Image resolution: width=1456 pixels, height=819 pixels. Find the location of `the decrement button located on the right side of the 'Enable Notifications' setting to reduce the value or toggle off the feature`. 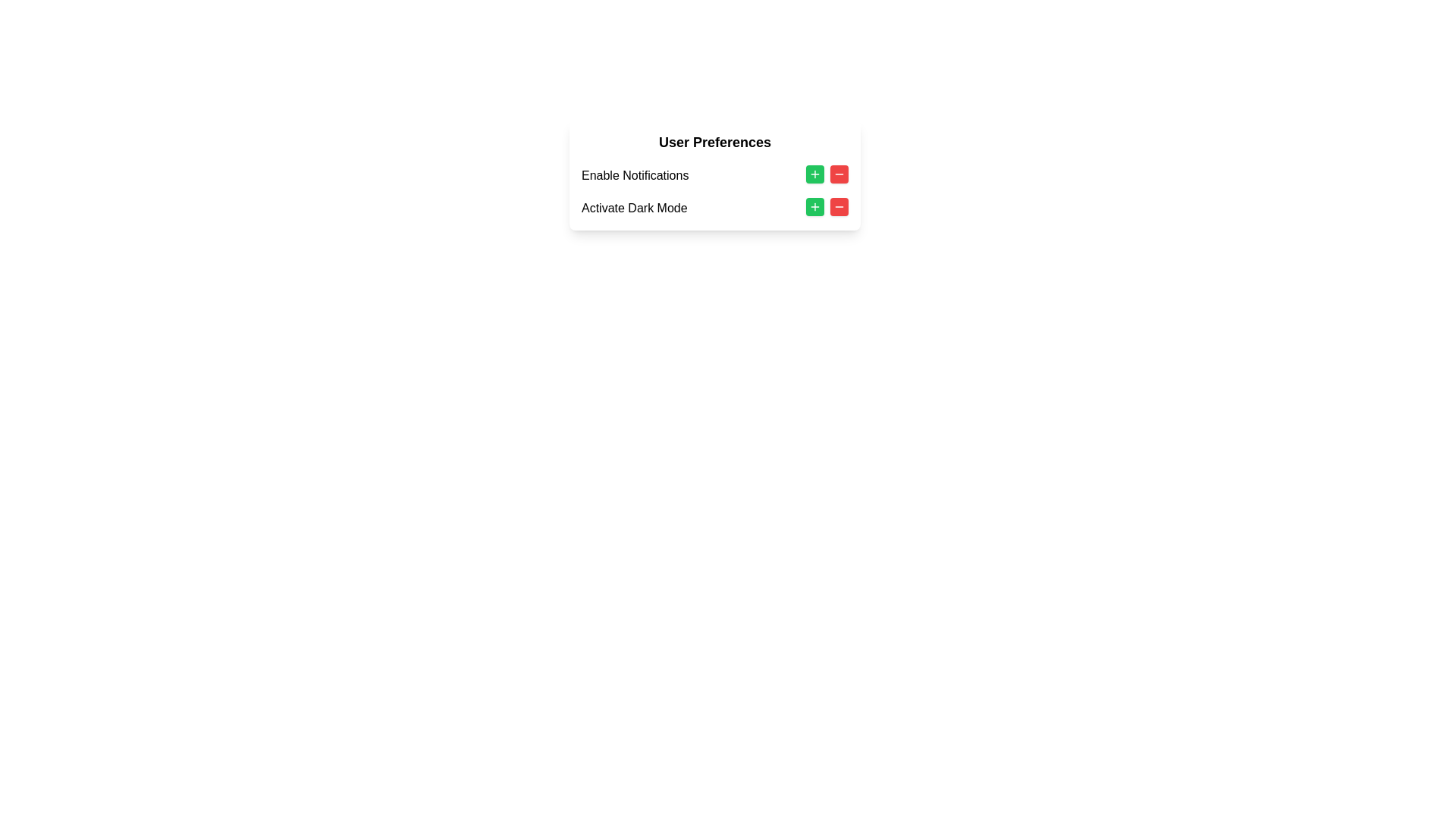

the decrement button located on the right side of the 'Enable Notifications' setting to reduce the value or toggle off the feature is located at coordinates (839, 174).